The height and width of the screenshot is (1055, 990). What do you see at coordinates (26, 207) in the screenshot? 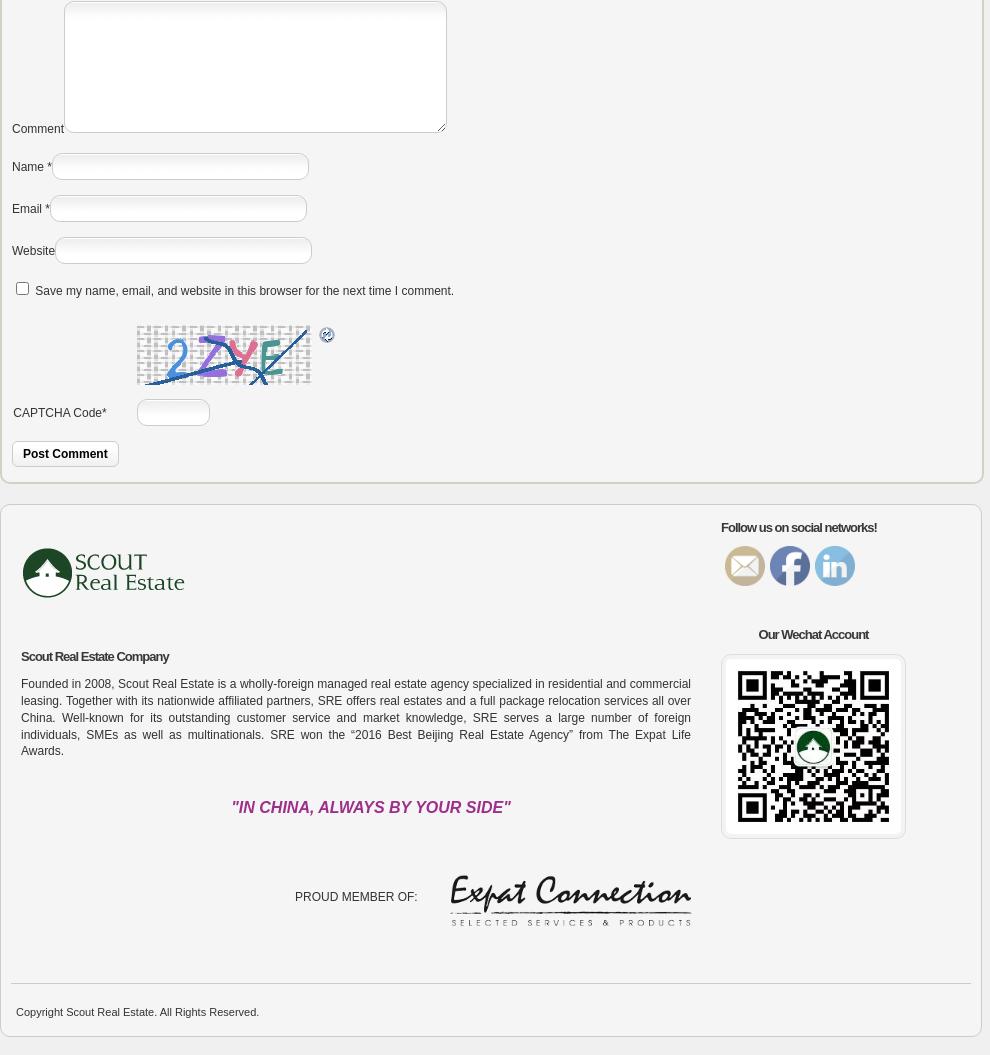
I see `'Email'` at bounding box center [26, 207].